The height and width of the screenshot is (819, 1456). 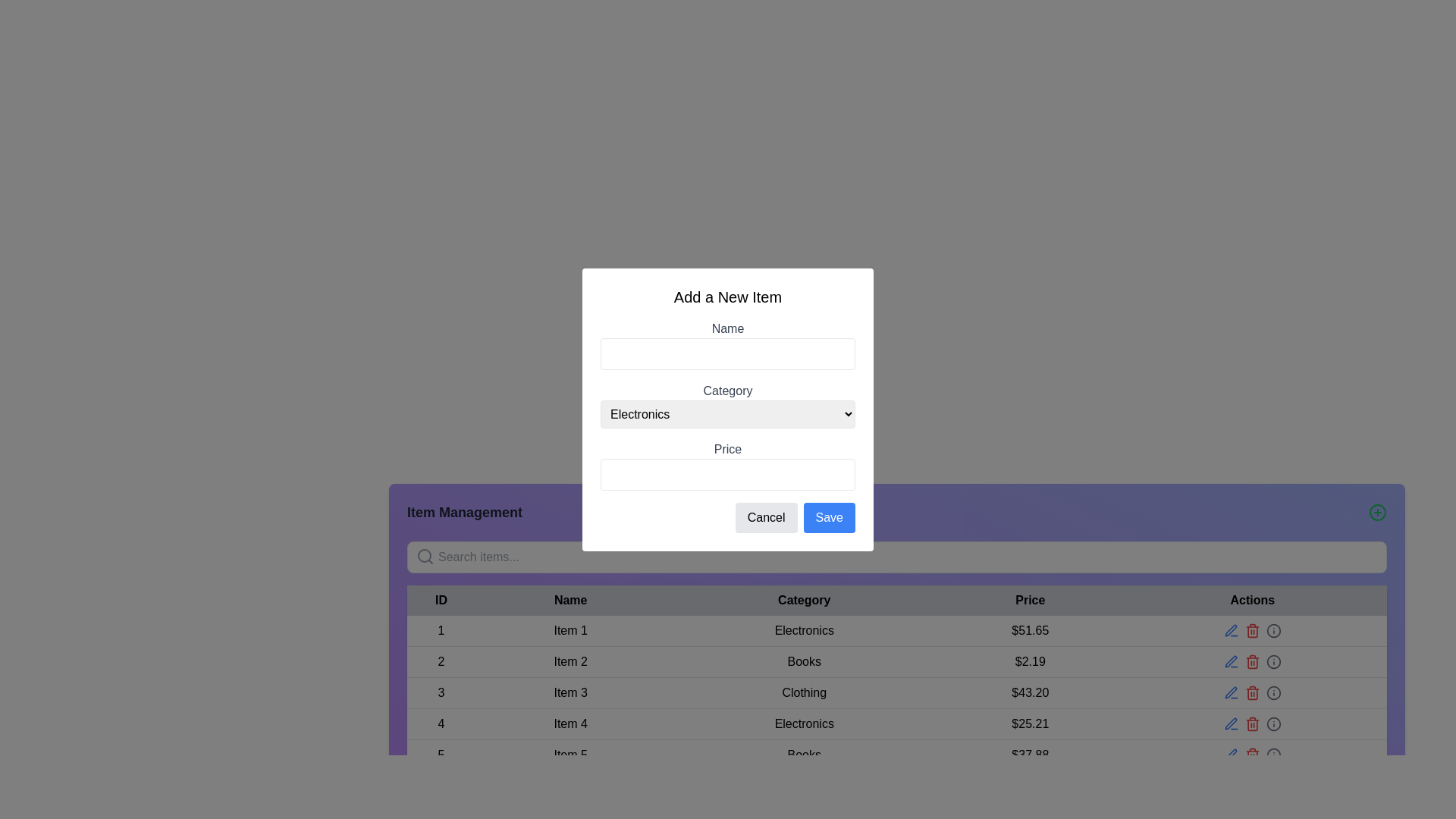 What do you see at coordinates (1252, 693) in the screenshot?
I see `the red trash can icon in the 'Actions' column` at bounding box center [1252, 693].